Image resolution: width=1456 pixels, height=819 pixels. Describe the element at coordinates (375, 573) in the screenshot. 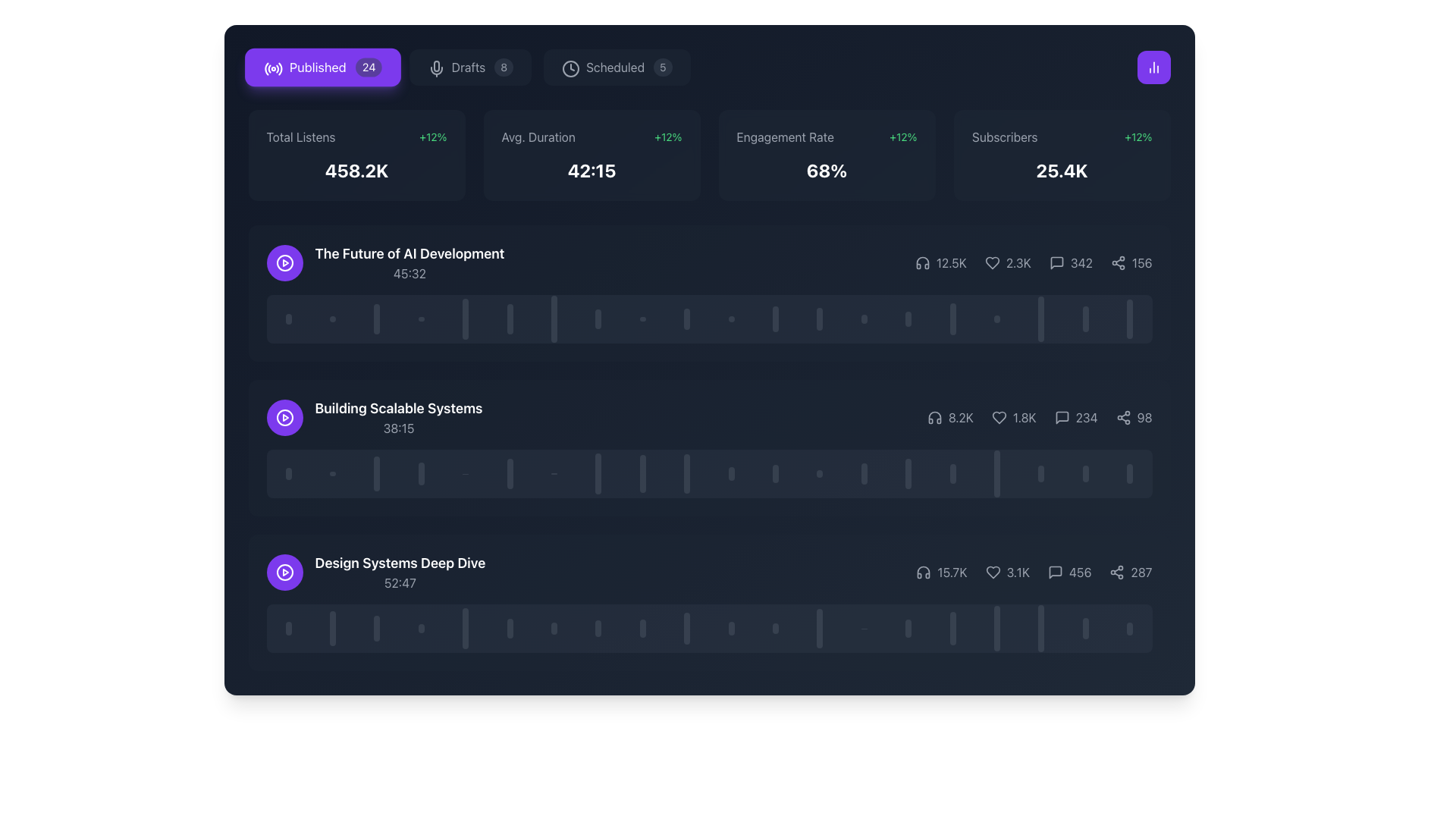

I see `the purple circular play icon of the Podcast entry titled 'Design Systems Deep Dive' to play the podcast` at that location.